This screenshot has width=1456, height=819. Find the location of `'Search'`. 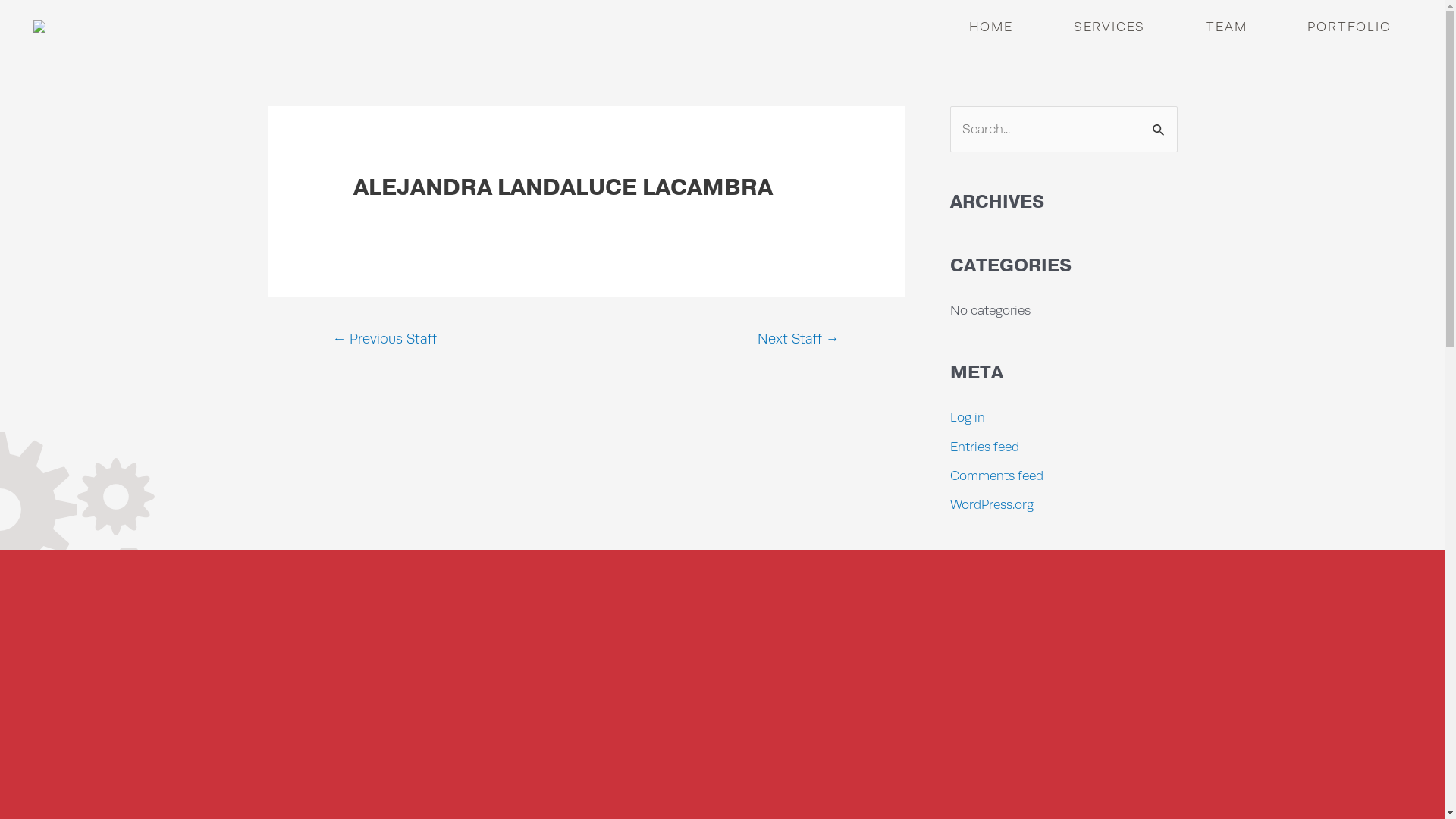

'Search' is located at coordinates (1159, 121).